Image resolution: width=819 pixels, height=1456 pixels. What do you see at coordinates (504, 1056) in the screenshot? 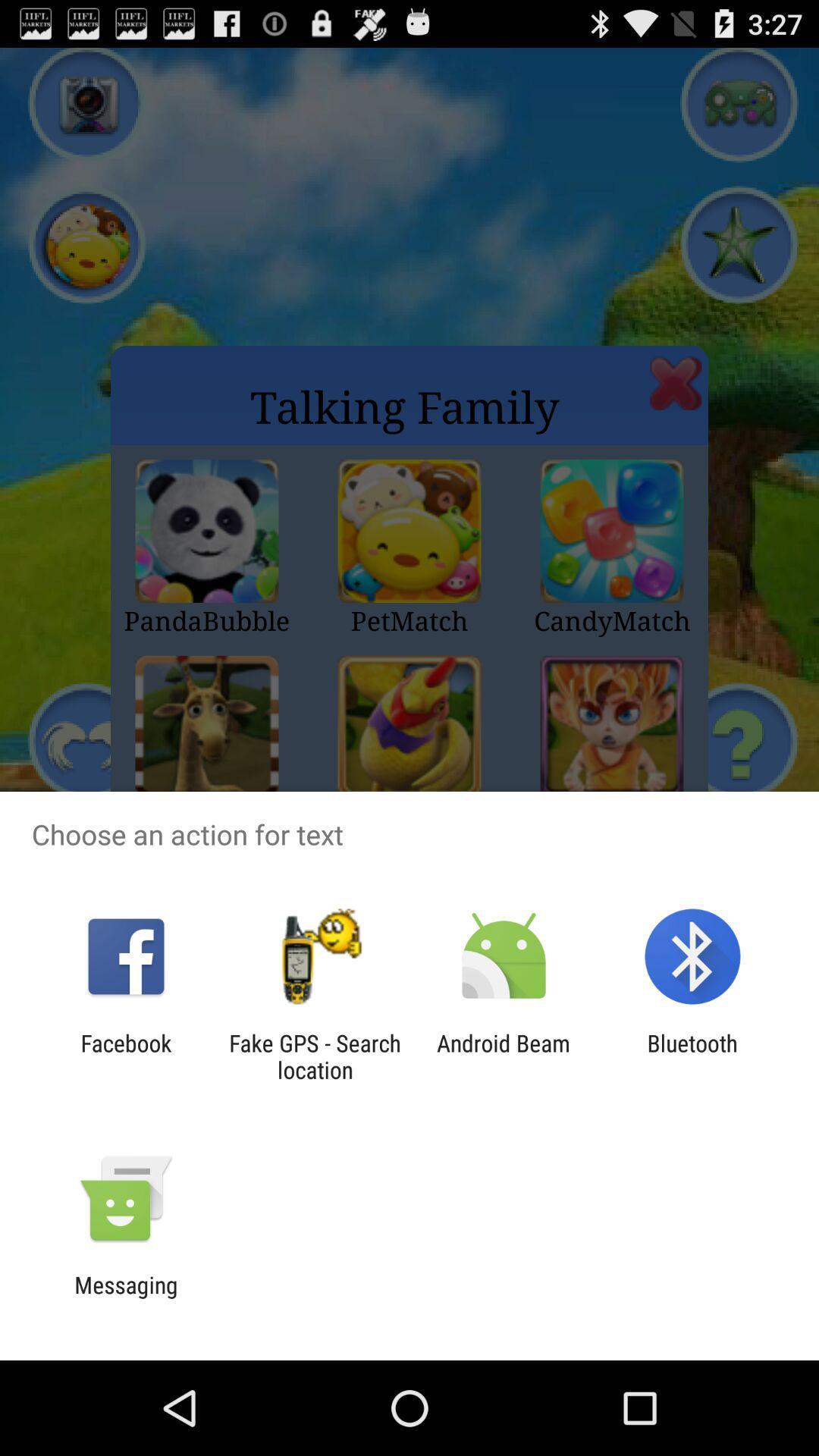
I see `the android beam` at bounding box center [504, 1056].